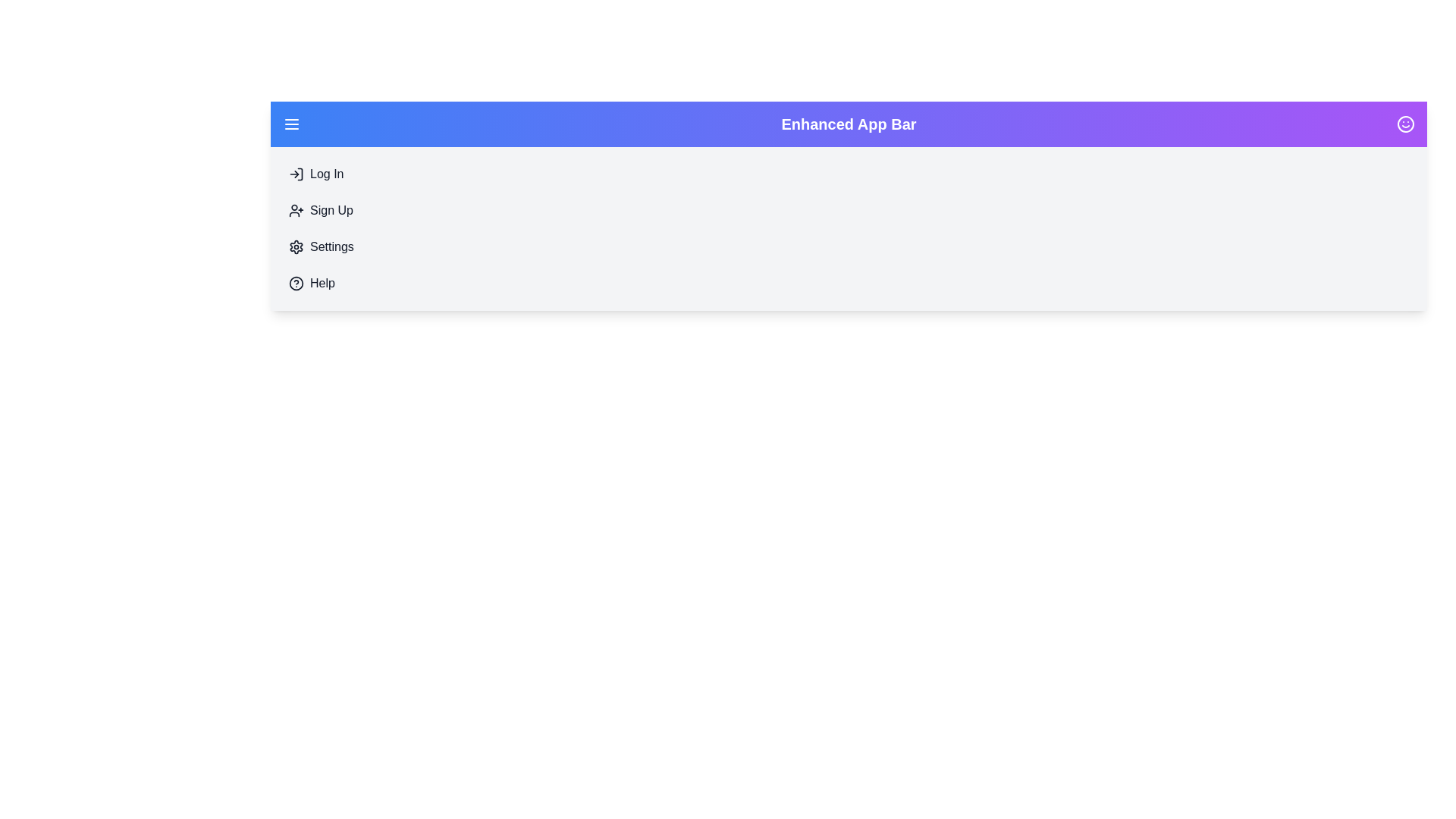  What do you see at coordinates (283, 174) in the screenshot?
I see `the 'Log In' menu item` at bounding box center [283, 174].